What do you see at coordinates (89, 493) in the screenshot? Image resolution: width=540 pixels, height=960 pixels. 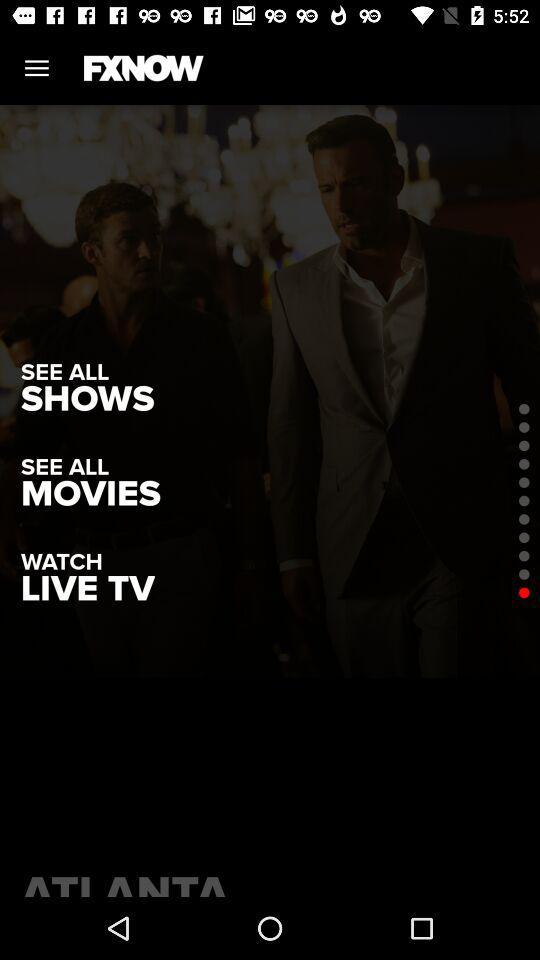 I see `the movies` at bounding box center [89, 493].